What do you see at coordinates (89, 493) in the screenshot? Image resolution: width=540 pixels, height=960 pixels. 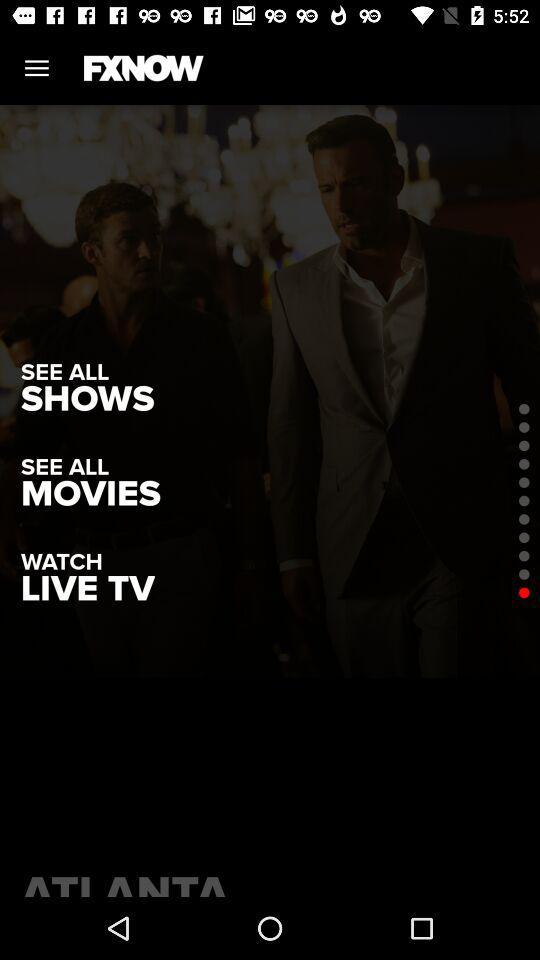 I see `the movies` at bounding box center [89, 493].